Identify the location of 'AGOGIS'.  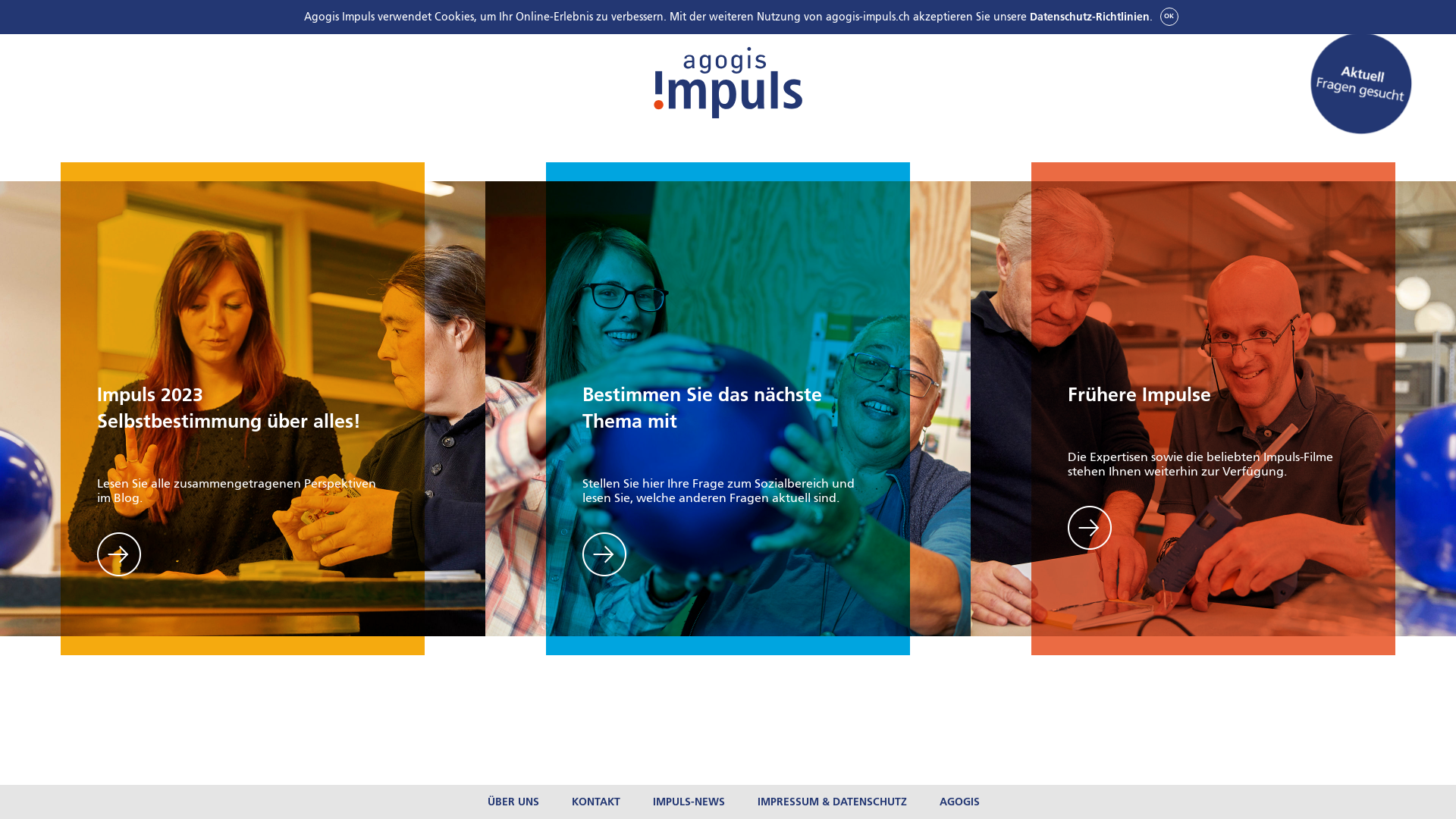
(938, 801).